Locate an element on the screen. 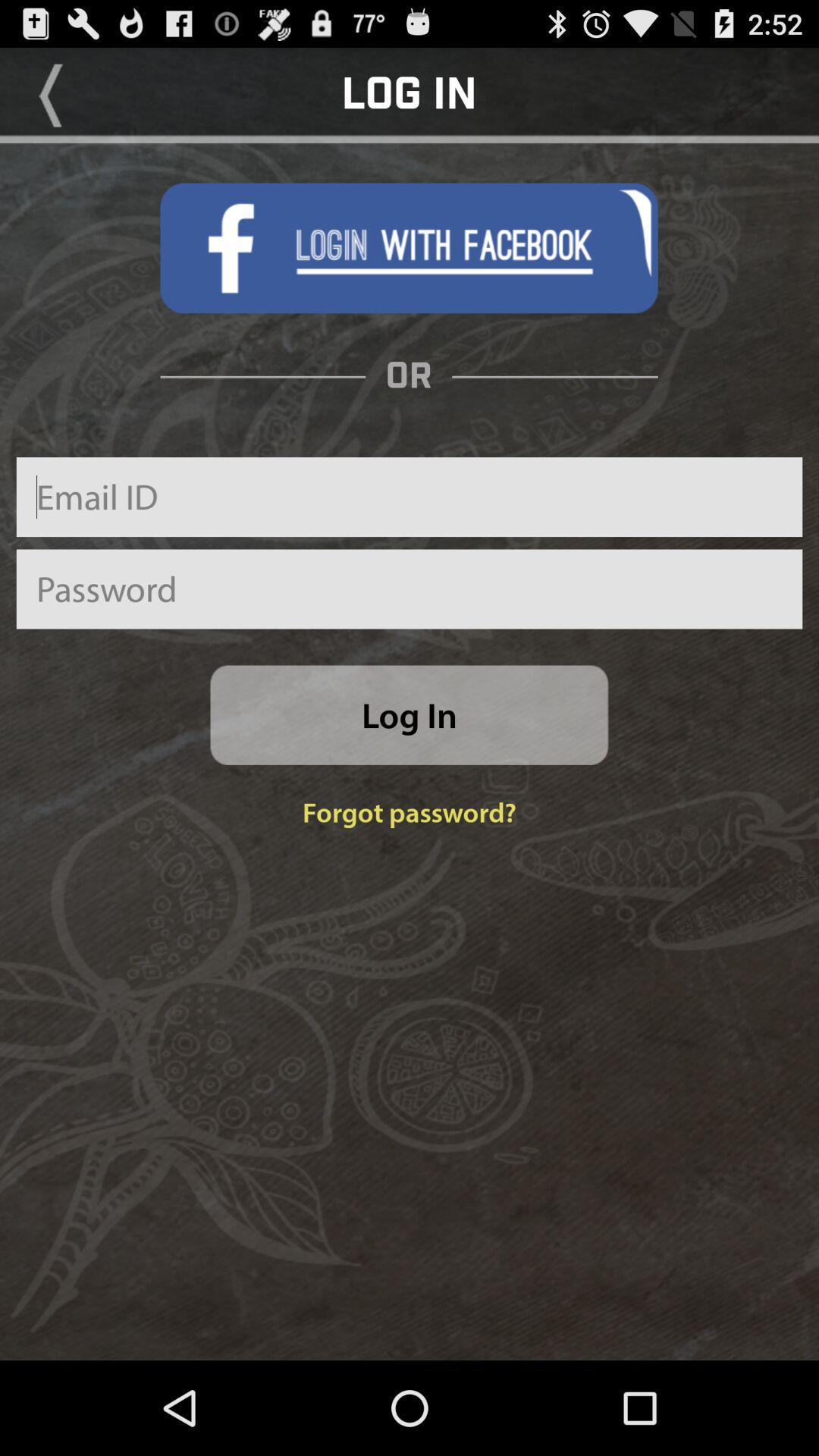  password is located at coordinates (409, 588).